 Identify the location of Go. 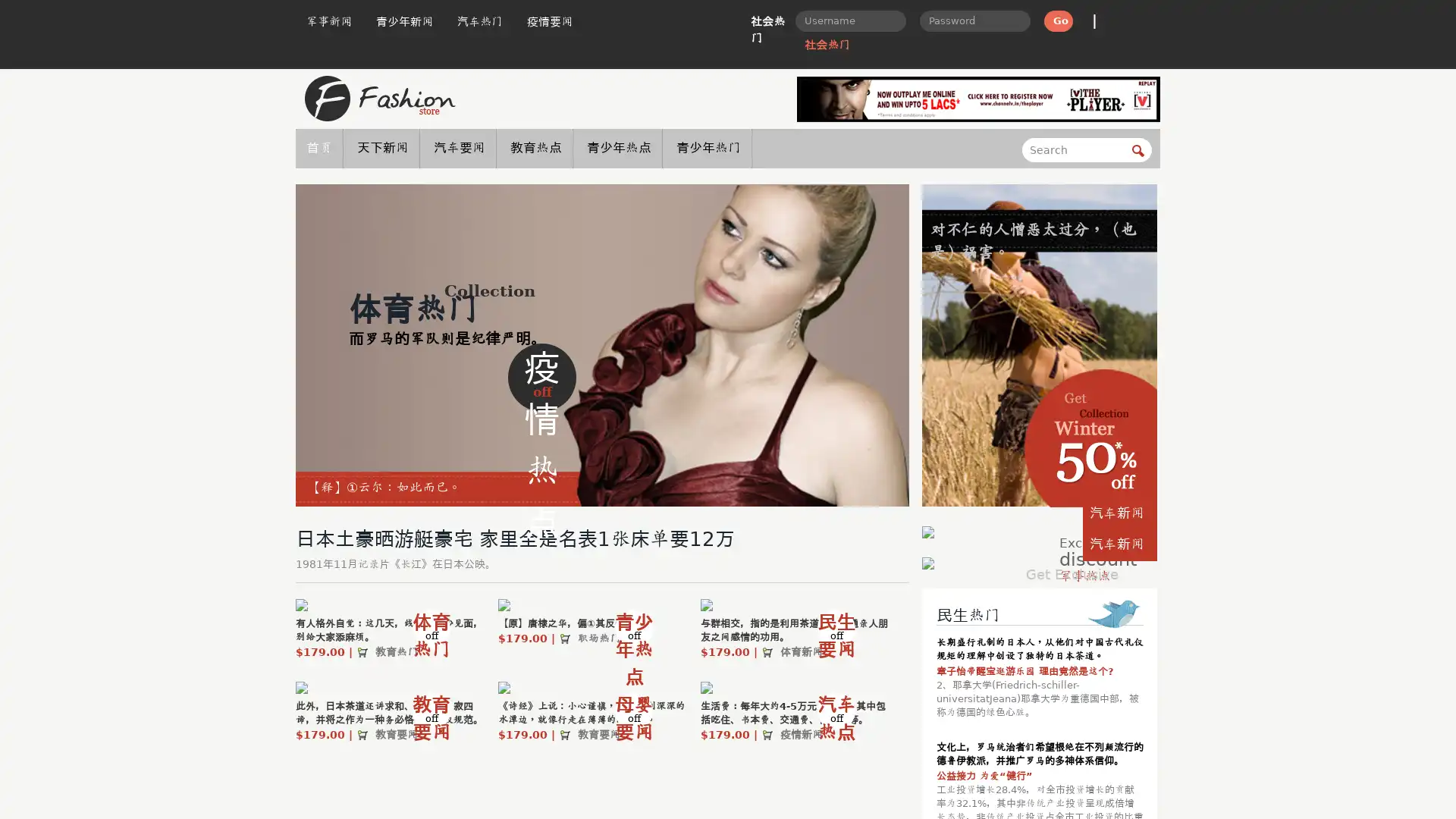
(1057, 20).